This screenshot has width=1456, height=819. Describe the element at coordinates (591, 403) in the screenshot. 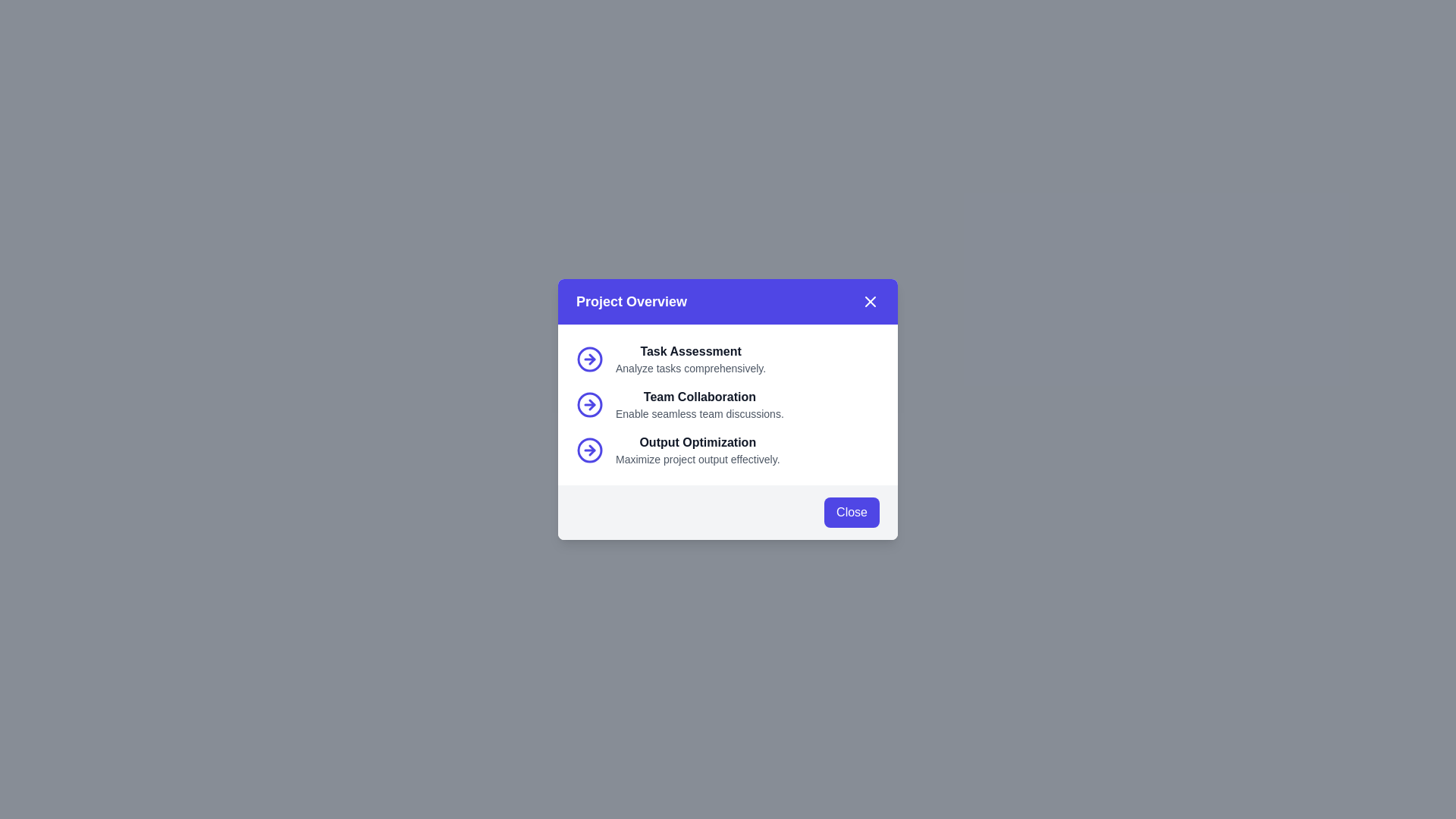

I see `the rightward-facing arrow icon, which is the third circular icon in a vertical sequence, located adjacent to the 'Output Optimization' label` at that location.